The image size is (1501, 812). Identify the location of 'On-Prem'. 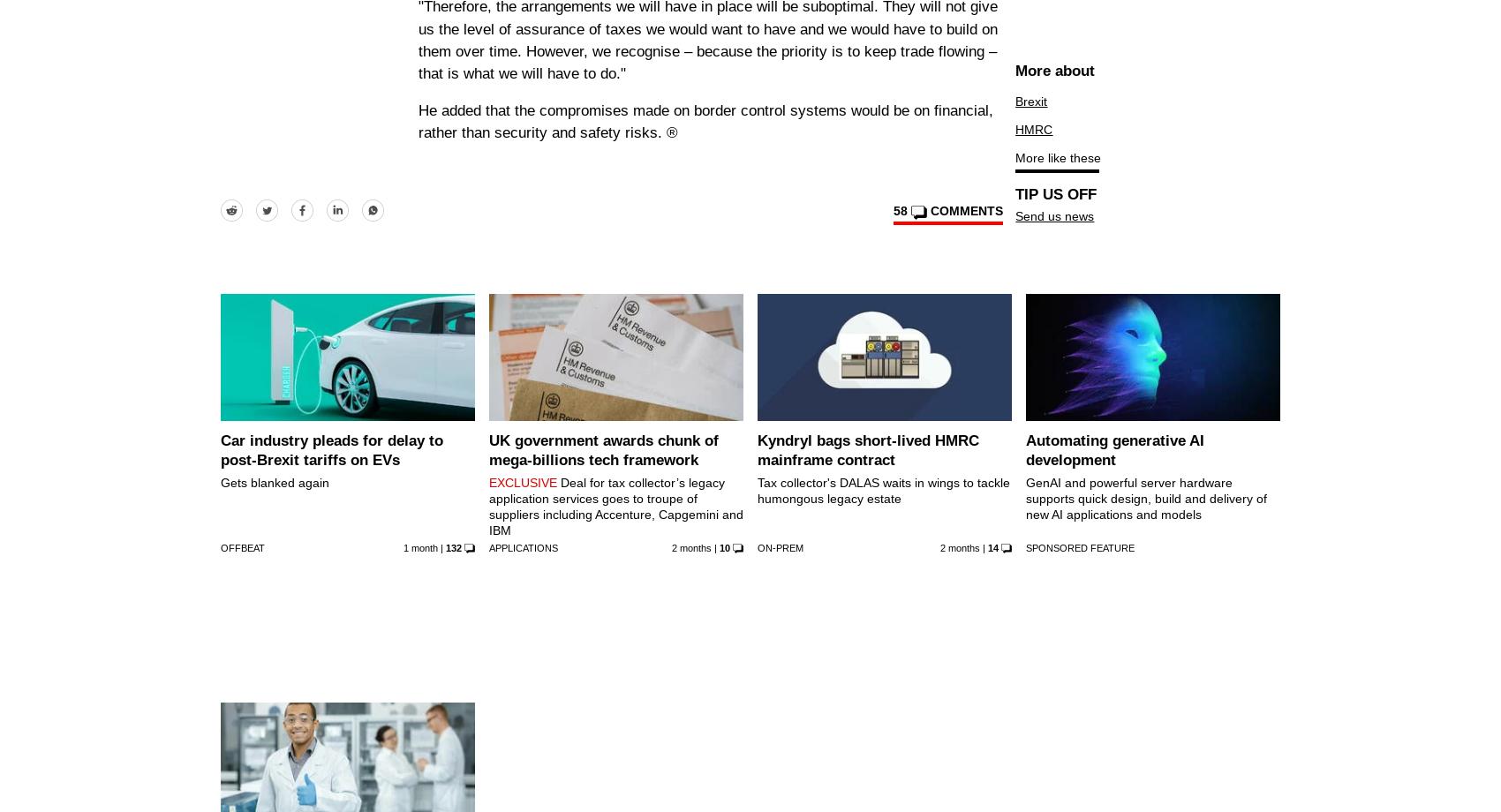
(781, 545).